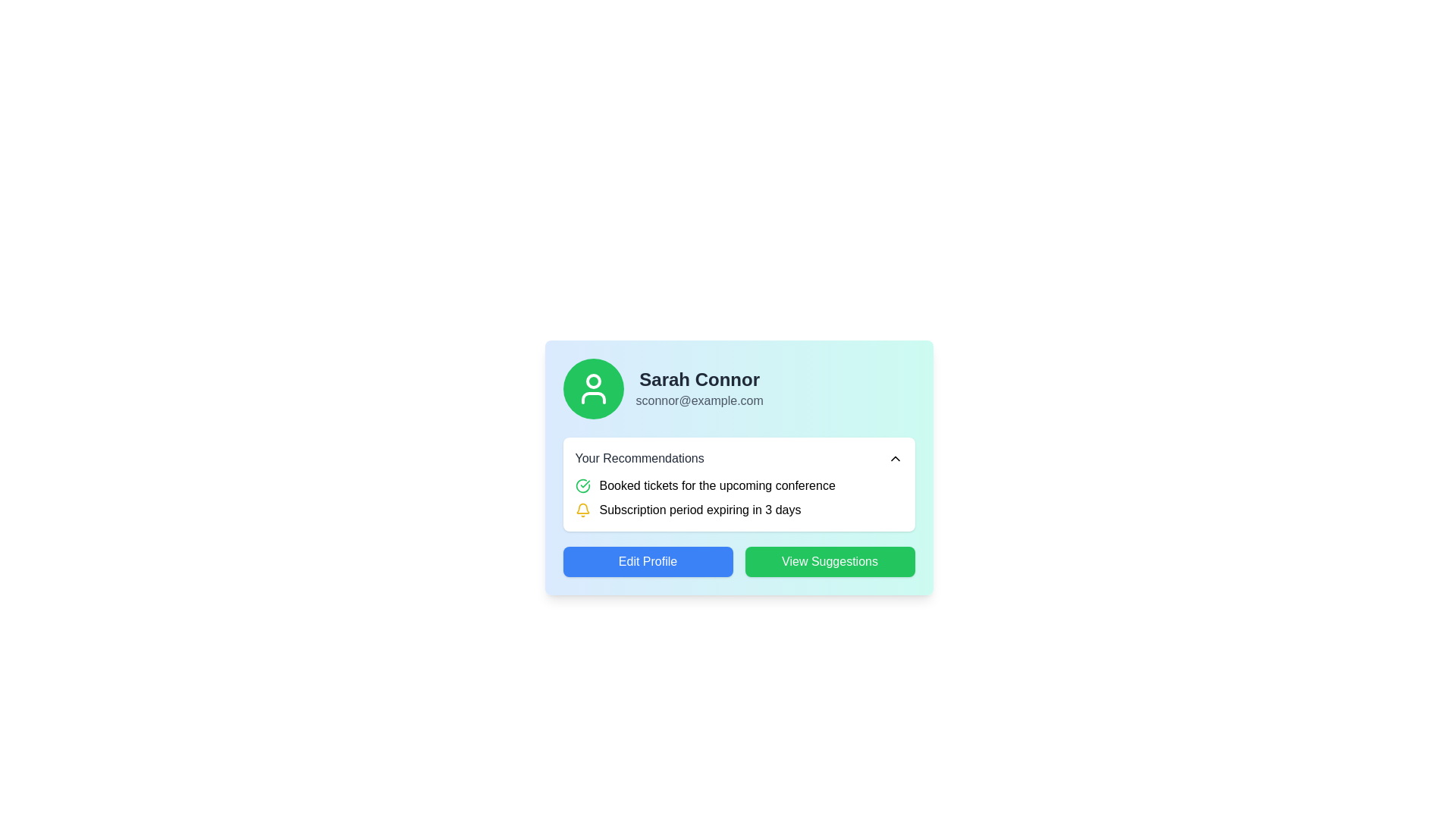 This screenshot has height=819, width=1456. Describe the element at coordinates (648, 561) in the screenshot. I see `the blue 'Edit Profile' button with white text` at that location.